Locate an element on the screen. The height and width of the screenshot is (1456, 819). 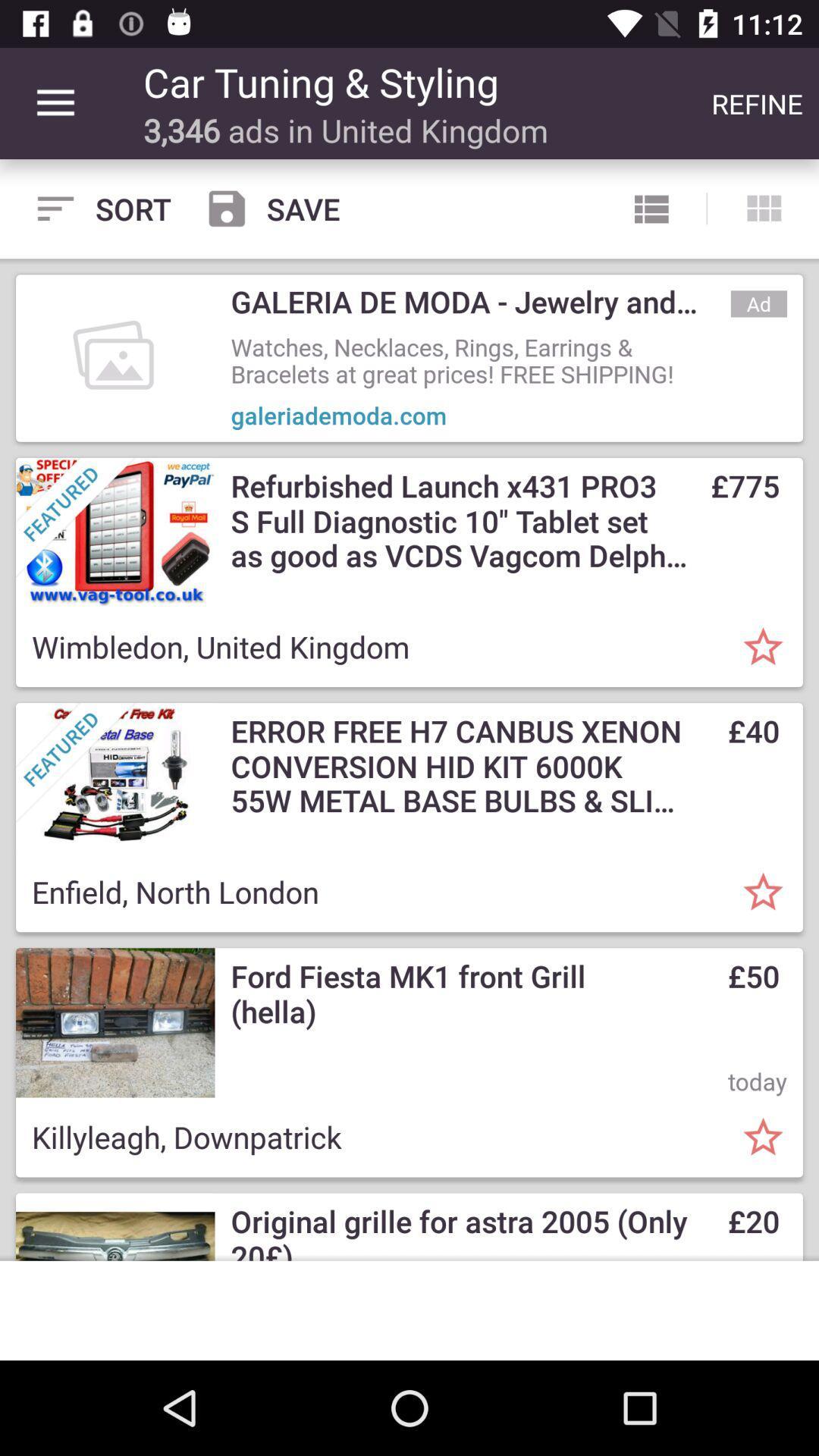
the star which is right to enfield north london is located at coordinates (763, 892).